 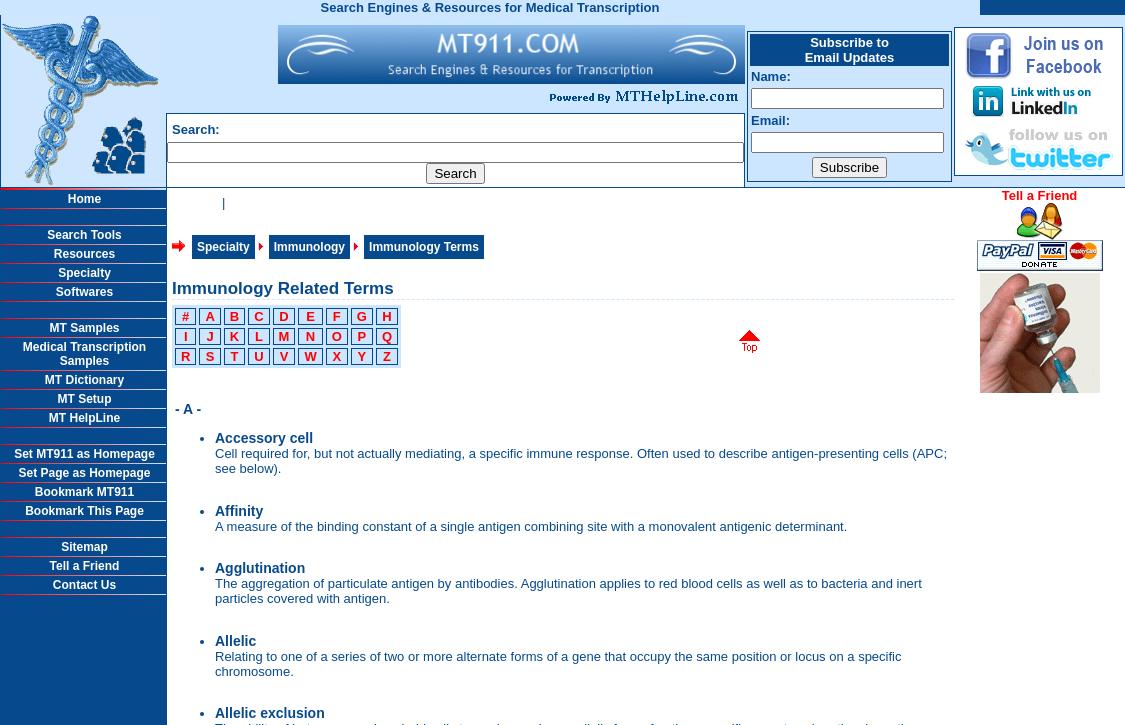 I want to click on 'Cell required for, but not actually mediating, a specific immune response. Often used to describe antigen-presenting cells (APC; see below).', so click(x=580, y=460).